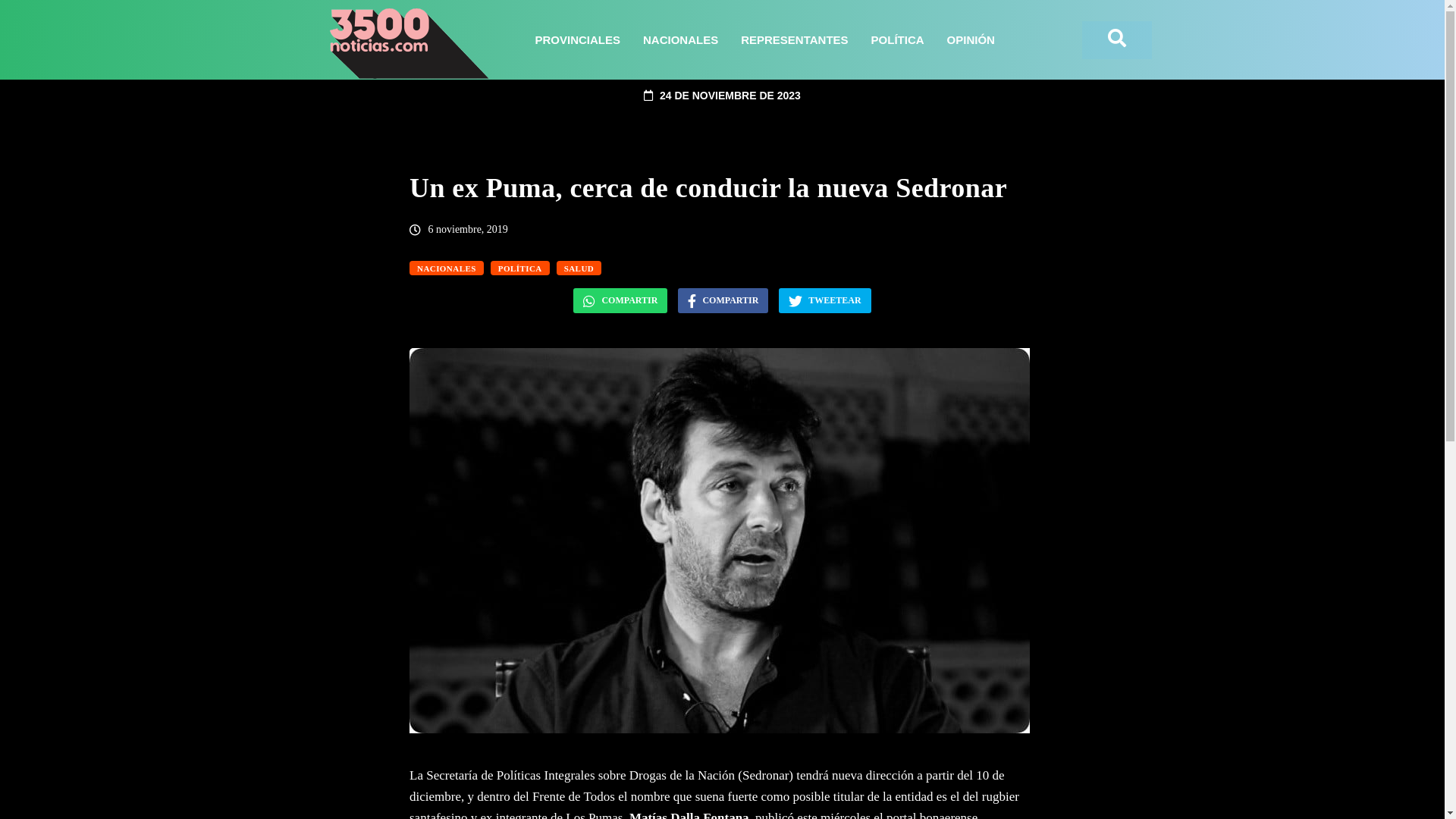 Image resolution: width=1456 pixels, height=819 pixels. Describe the element at coordinates (620, 300) in the screenshot. I see `'COMPARTIR'` at that location.